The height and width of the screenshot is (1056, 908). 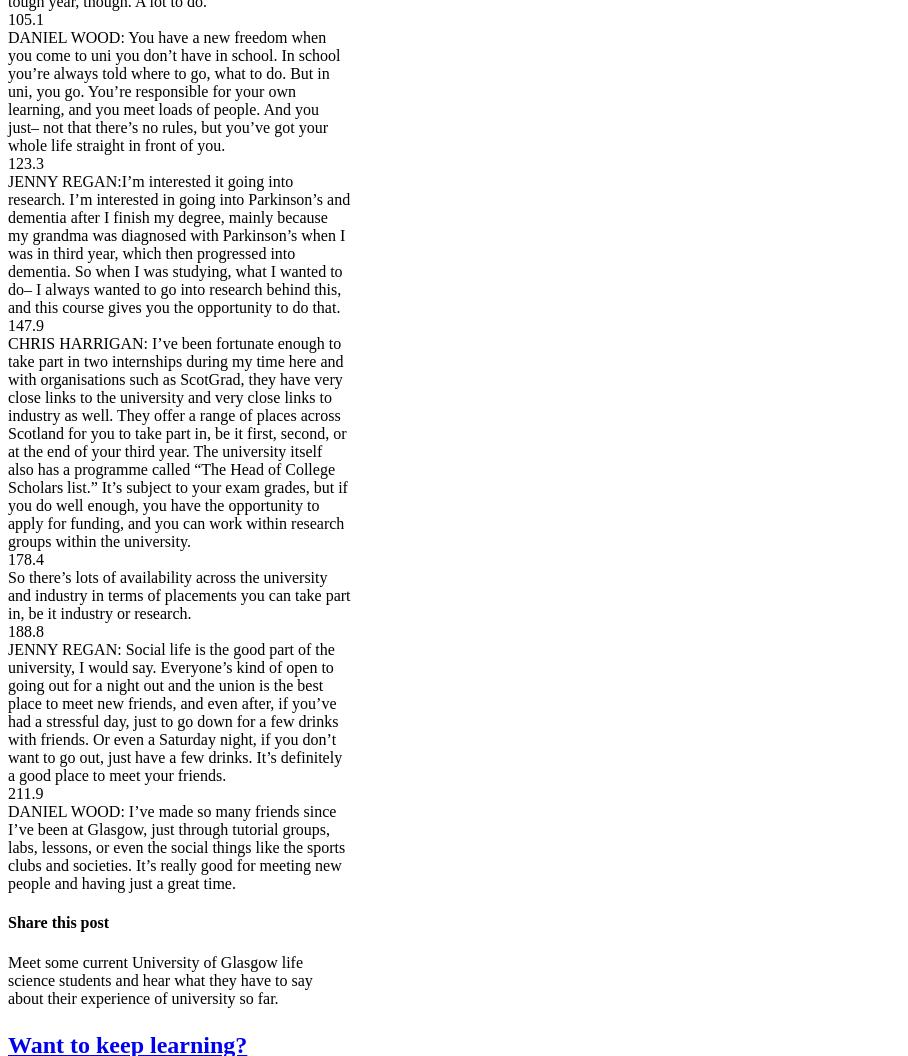 I want to click on '147.9', so click(x=24, y=325).